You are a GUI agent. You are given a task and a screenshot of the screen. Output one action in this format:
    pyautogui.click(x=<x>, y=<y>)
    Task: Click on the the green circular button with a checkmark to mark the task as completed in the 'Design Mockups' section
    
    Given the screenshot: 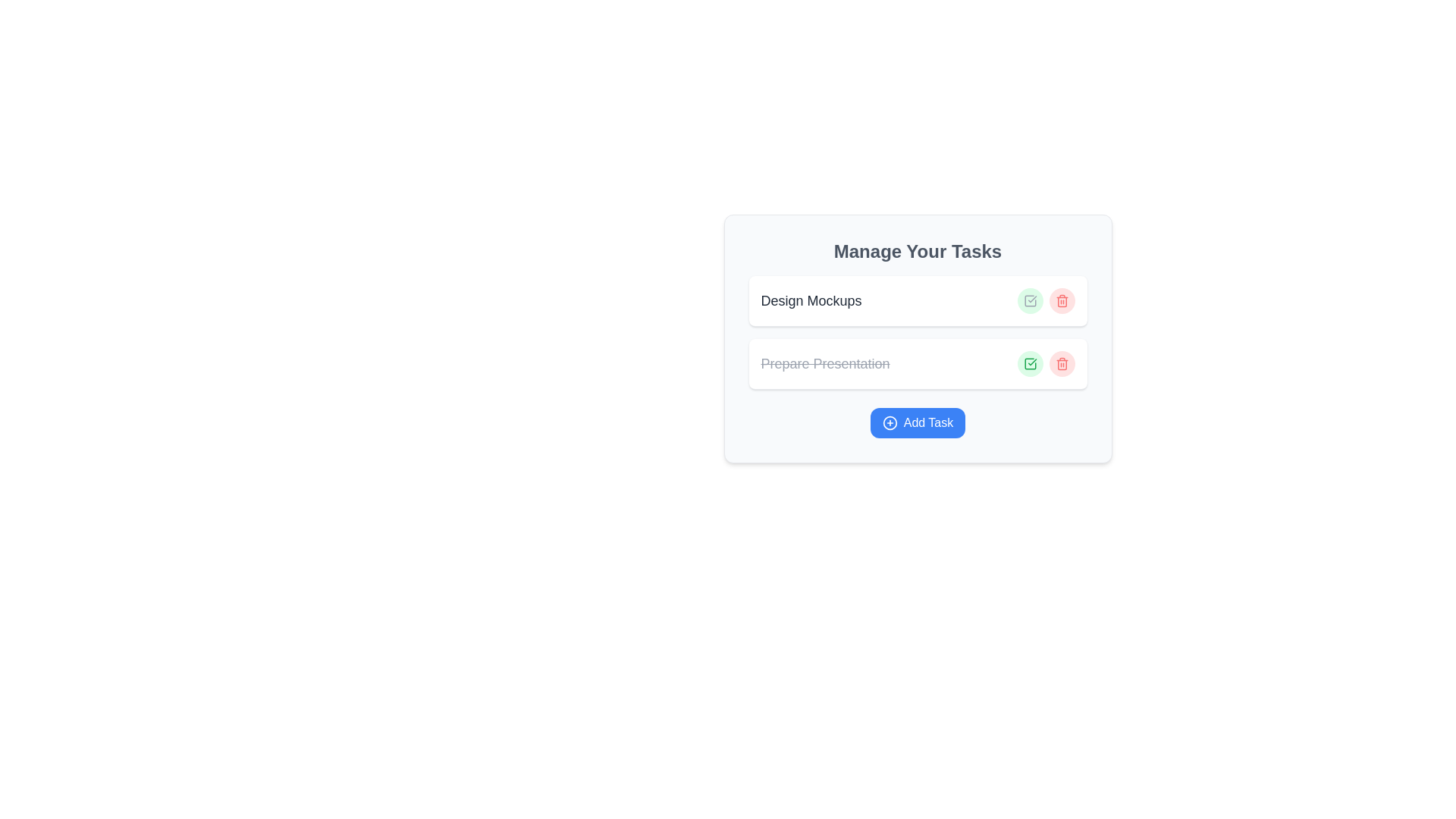 What is the action you would take?
    pyautogui.click(x=1045, y=301)
    